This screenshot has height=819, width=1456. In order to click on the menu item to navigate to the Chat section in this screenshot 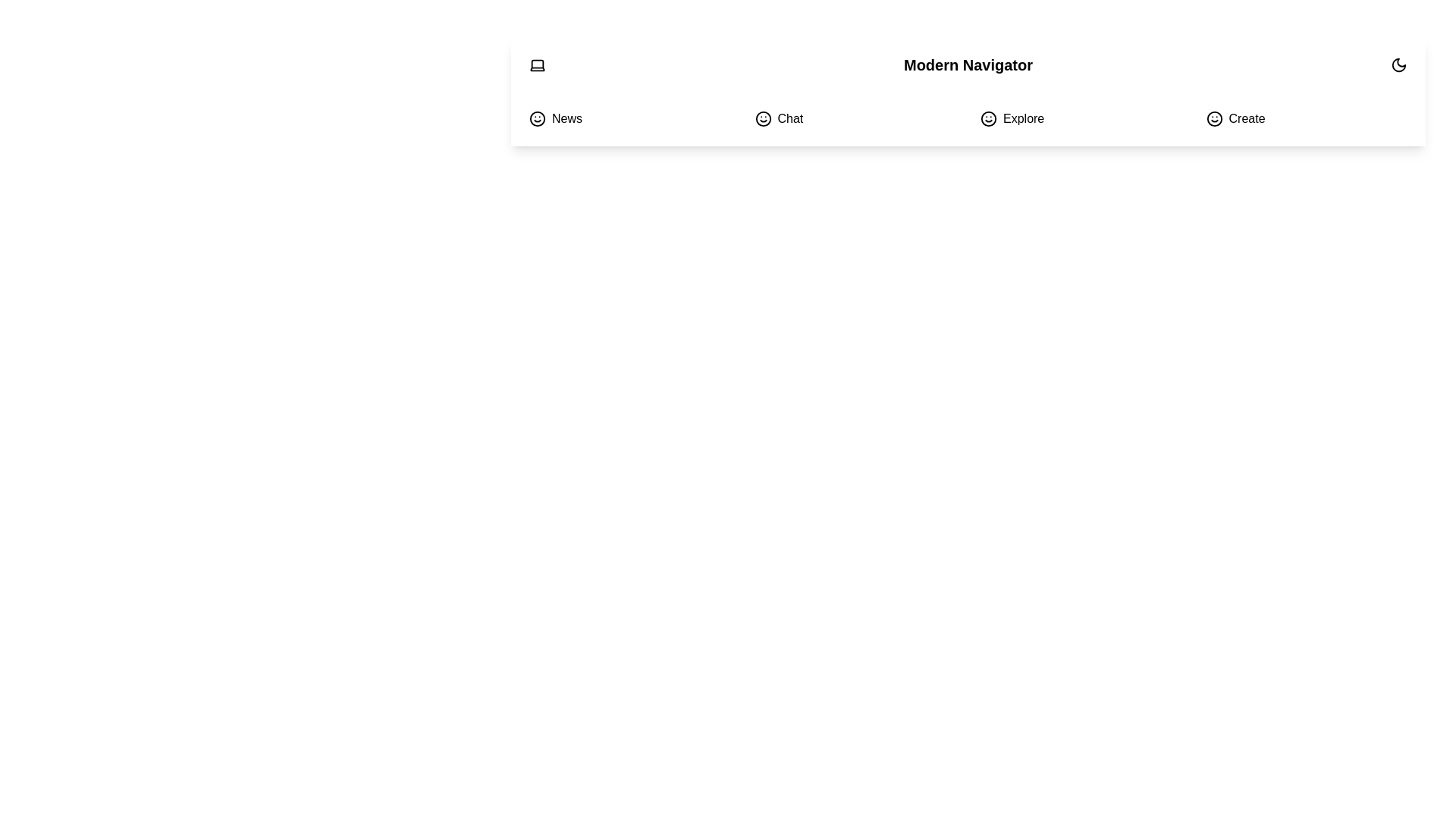, I will do `click(855, 118)`.